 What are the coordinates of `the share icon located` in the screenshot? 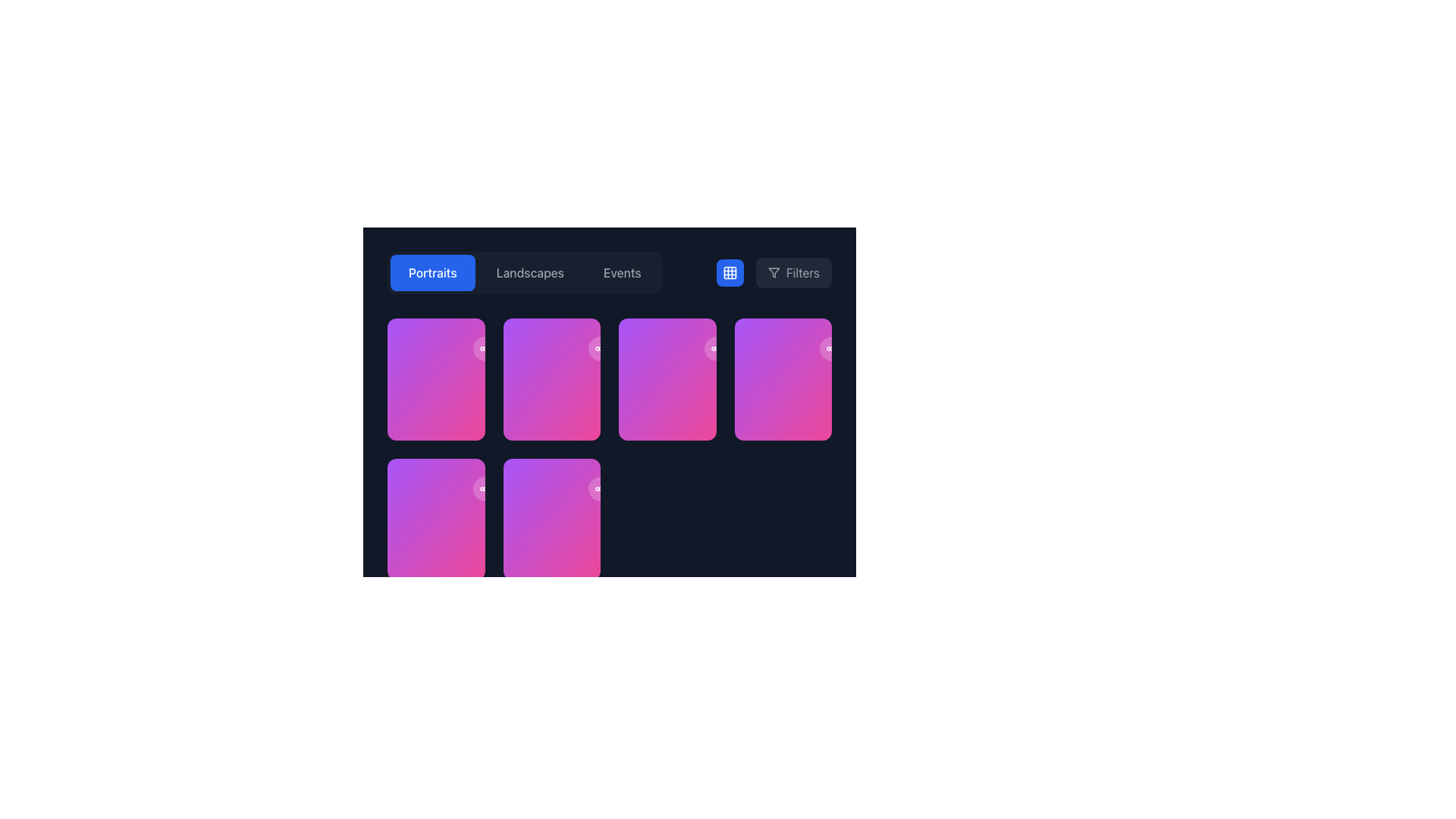 It's located at (715, 348).